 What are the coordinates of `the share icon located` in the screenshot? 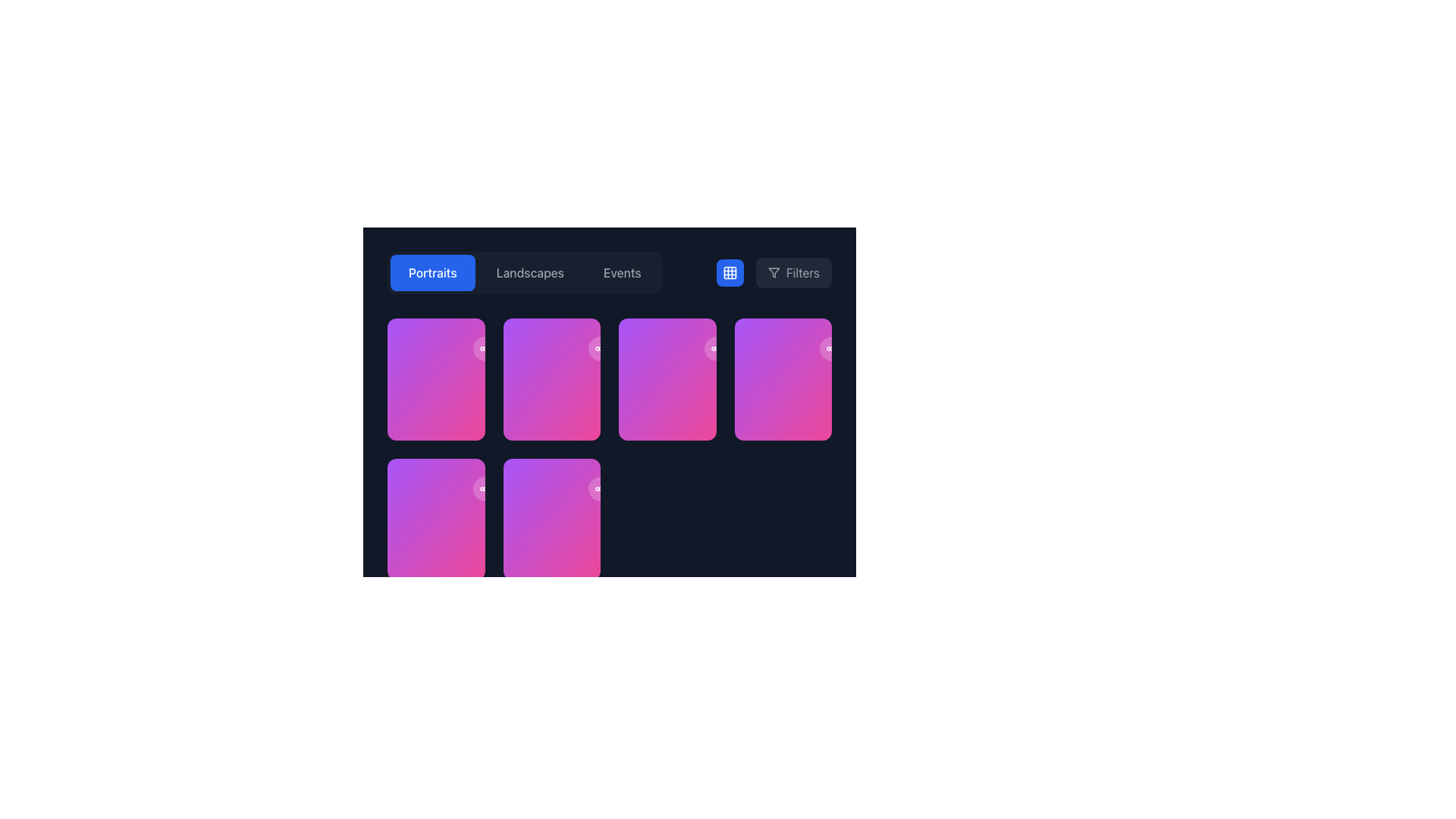 It's located at (715, 348).